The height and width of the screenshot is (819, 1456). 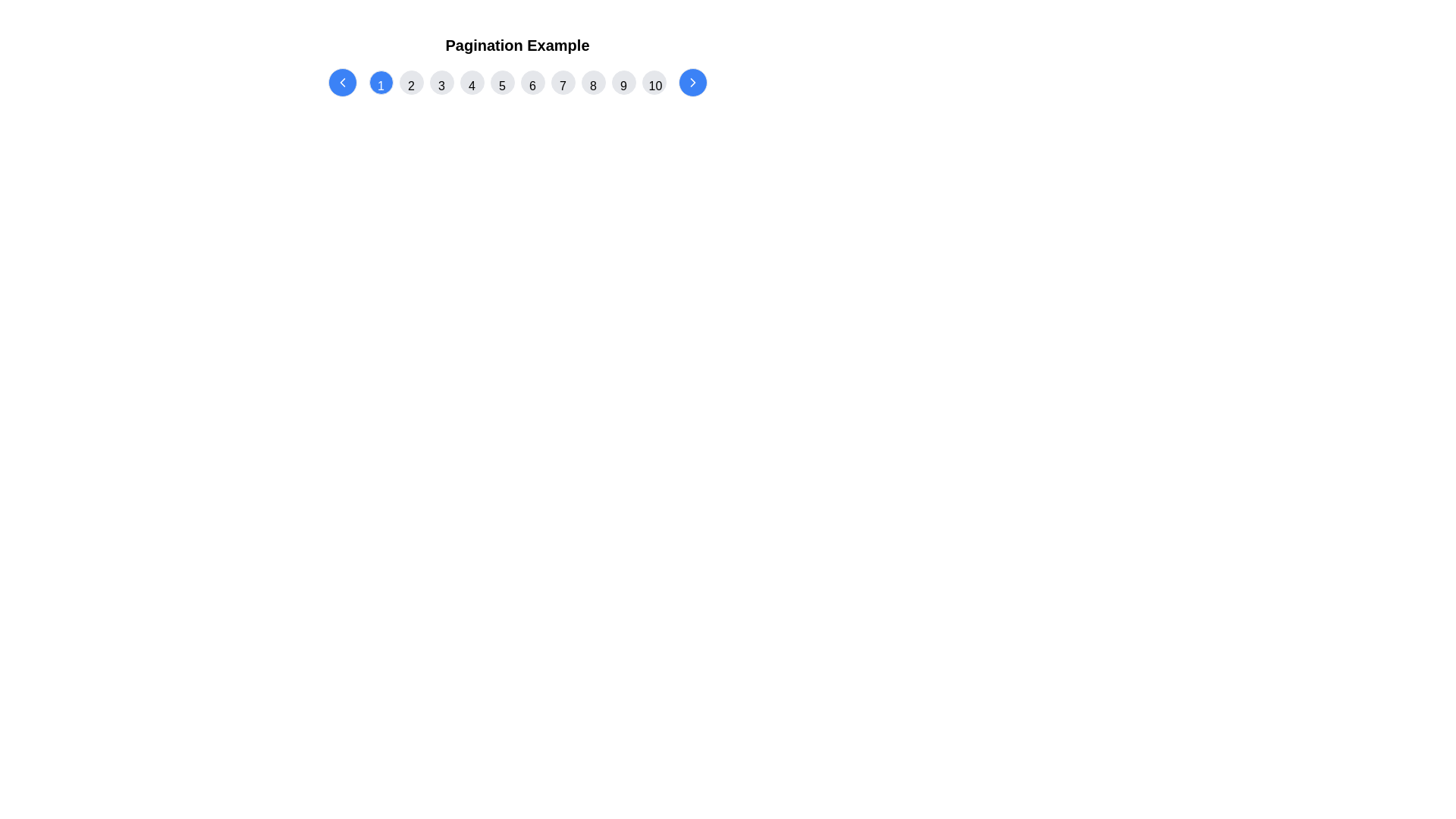 What do you see at coordinates (623, 82) in the screenshot?
I see `the circular button with a gray background containing the number '9'` at bounding box center [623, 82].